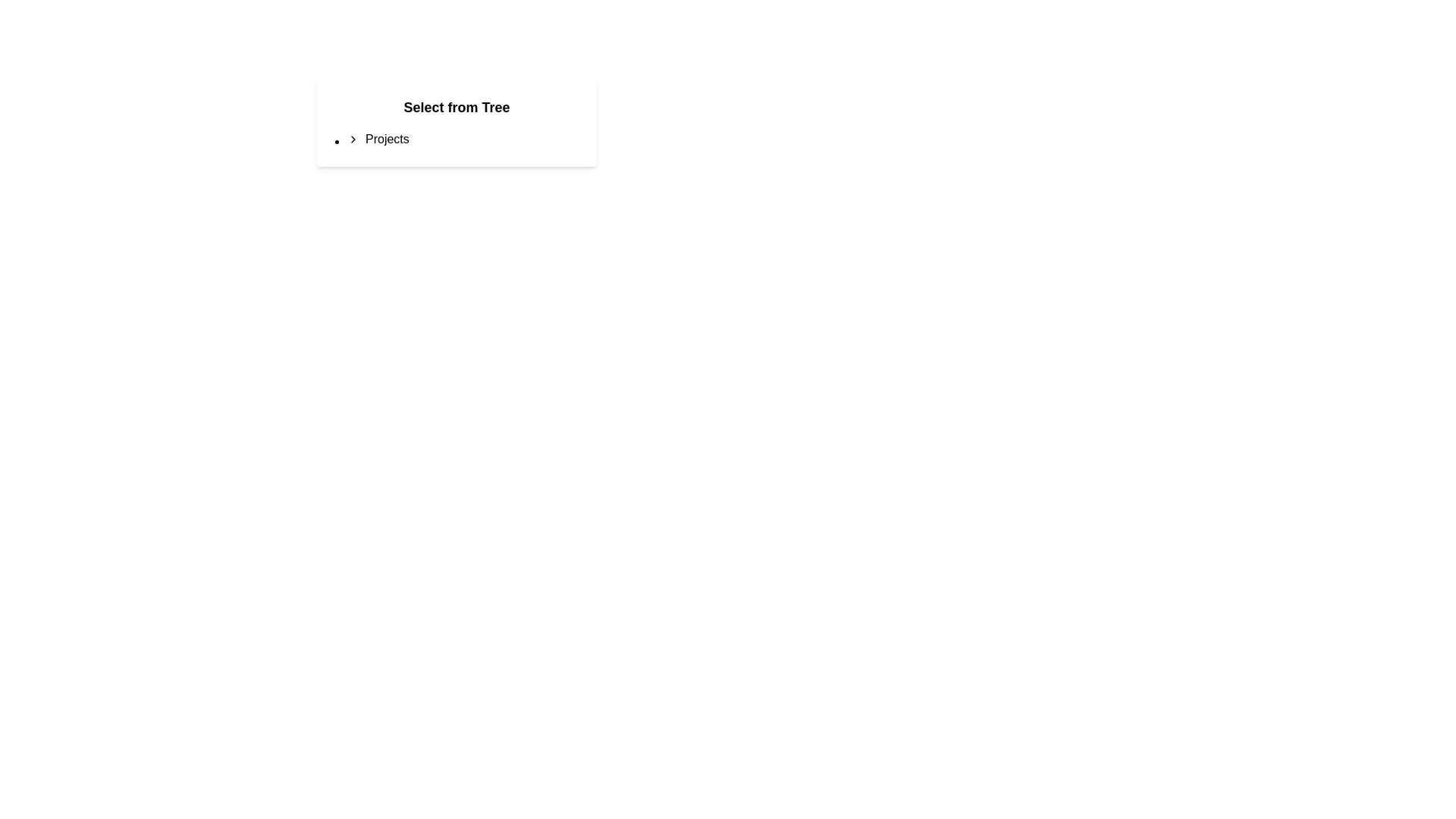  What do you see at coordinates (456, 107) in the screenshot?
I see `the static text label displaying 'Select from Tree', which is a bold header positioned above the 'Projects' section` at bounding box center [456, 107].